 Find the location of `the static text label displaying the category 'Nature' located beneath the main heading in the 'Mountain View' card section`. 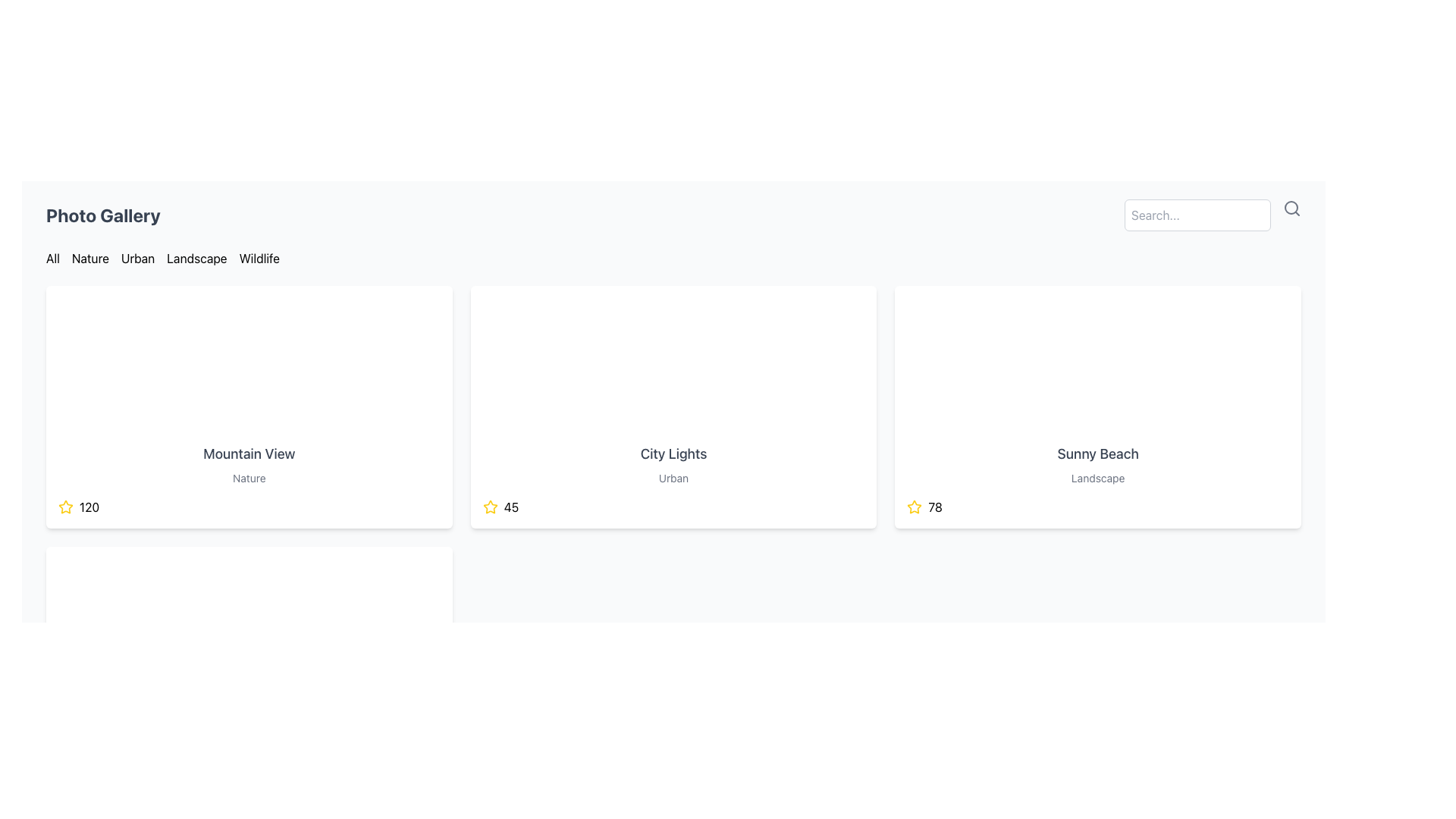

the static text label displaying the category 'Nature' located beneath the main heading in the 'Mountain View' card section is located at coordinates (249, 479).